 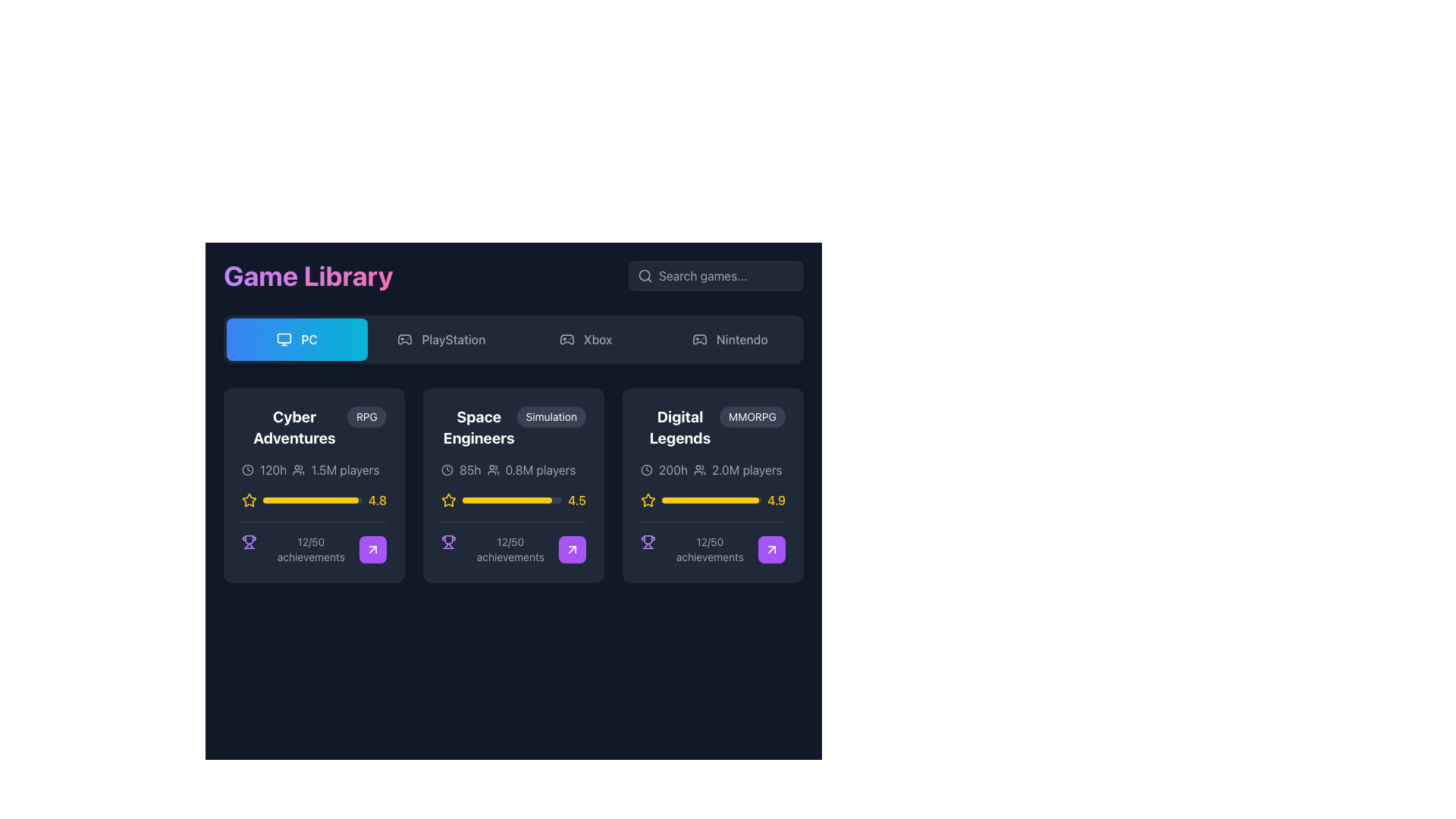 What do you see at coordinates (512, 500) in the screenshot?
I see `the horizontal progress bar representing the score or completion rate, which is styled with a dark gray background and a yellow inner bar, located in the middle card of the game library interface` at bounding box center [512, 500].